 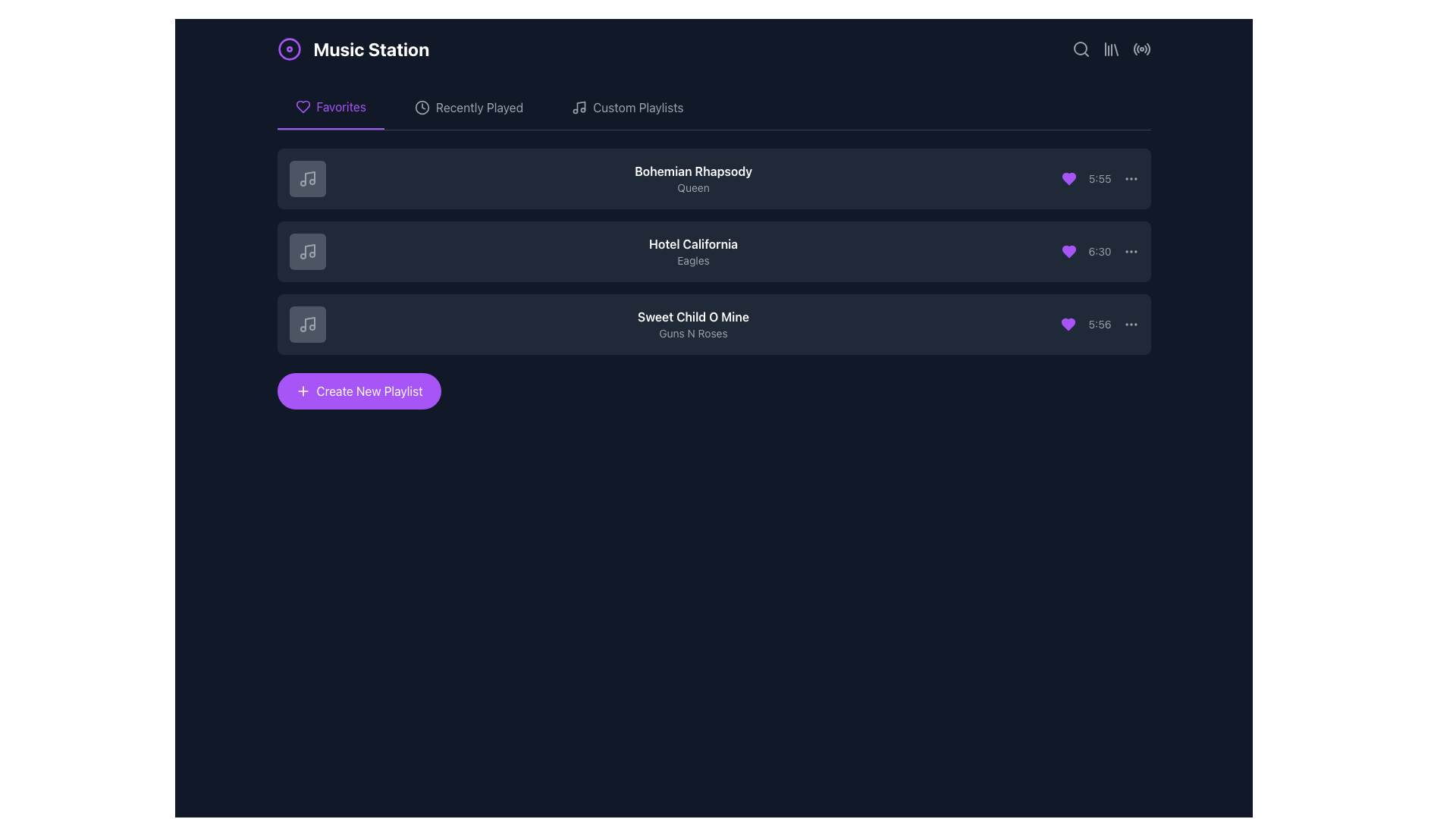 What do you see at coordinates (692, 259) in the screenshot?
I see `the text label displaying 'Eagles' which is styled in a small, gray font and positioned beneath 'Hotel California'` at bounding box center [692, 259].